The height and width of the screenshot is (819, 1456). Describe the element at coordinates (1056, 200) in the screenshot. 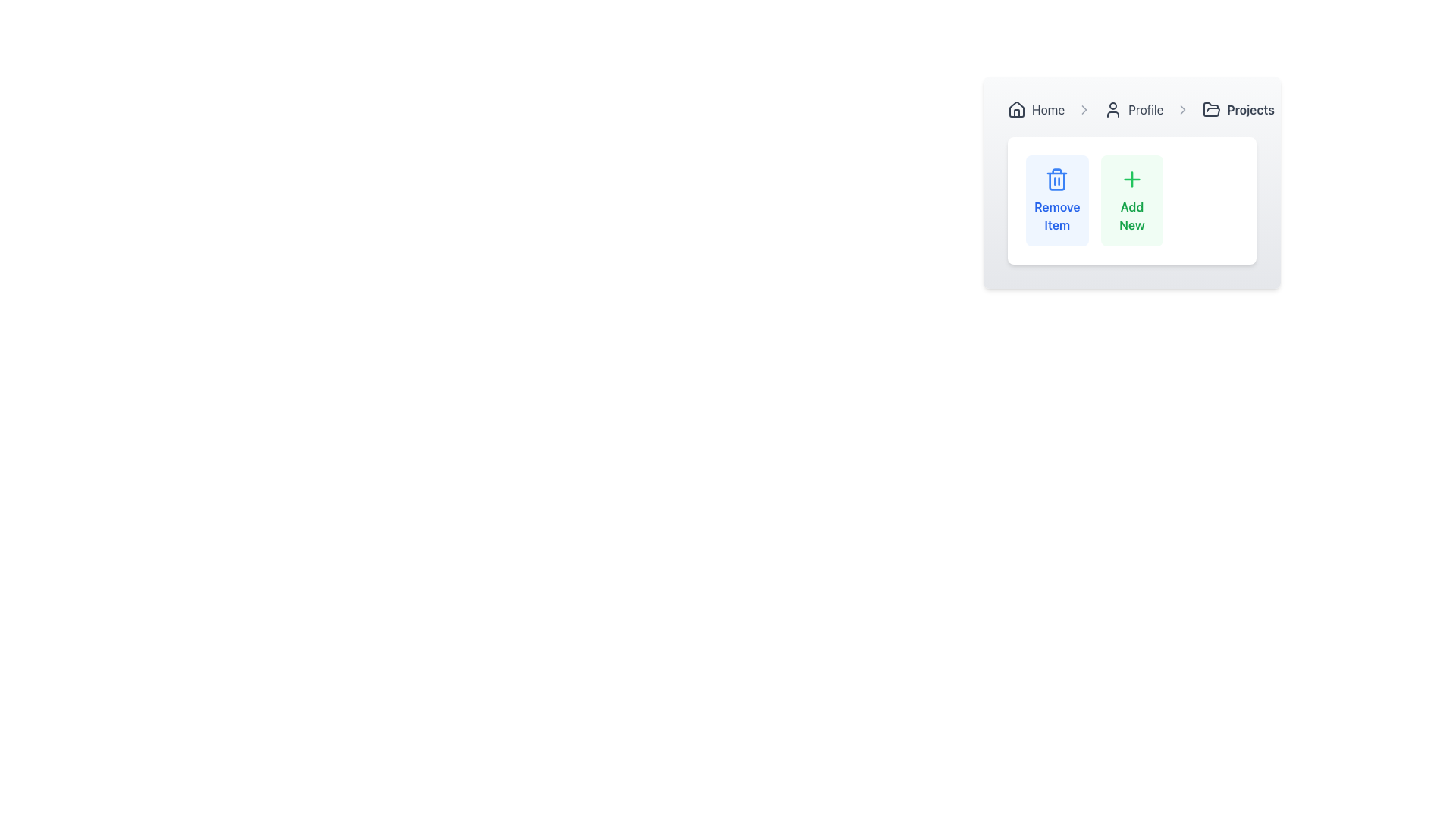

I see `the remove button located in the leftmost column of the grid layout, which is positioned in the top-right corner of the interface` at that location.